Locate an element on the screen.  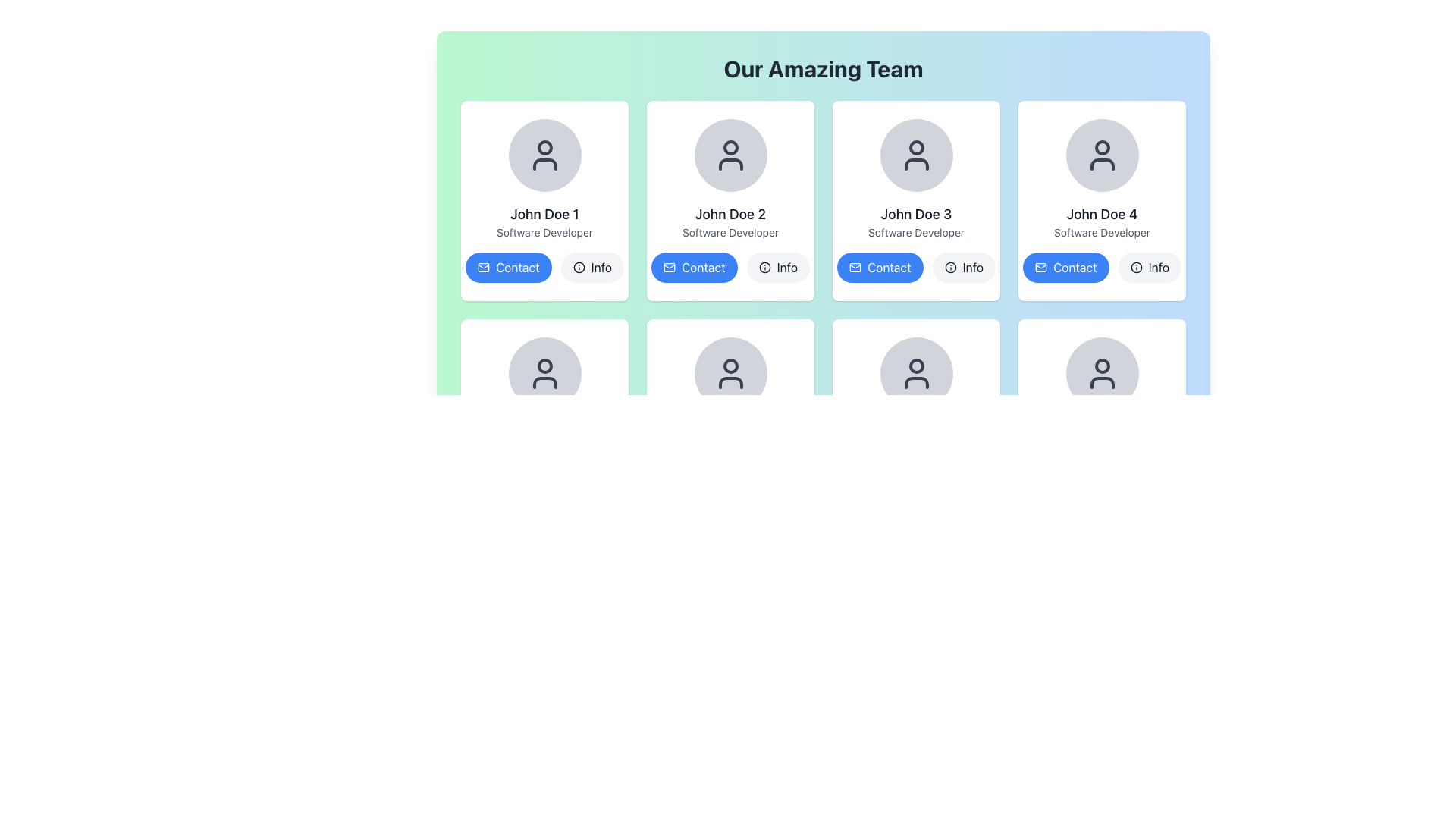
the circular image placeholder for profile representation in the fourth profile card labeled 'John Doe 4', located at the top-right of the profile section is located at coordinates (1102, 155).